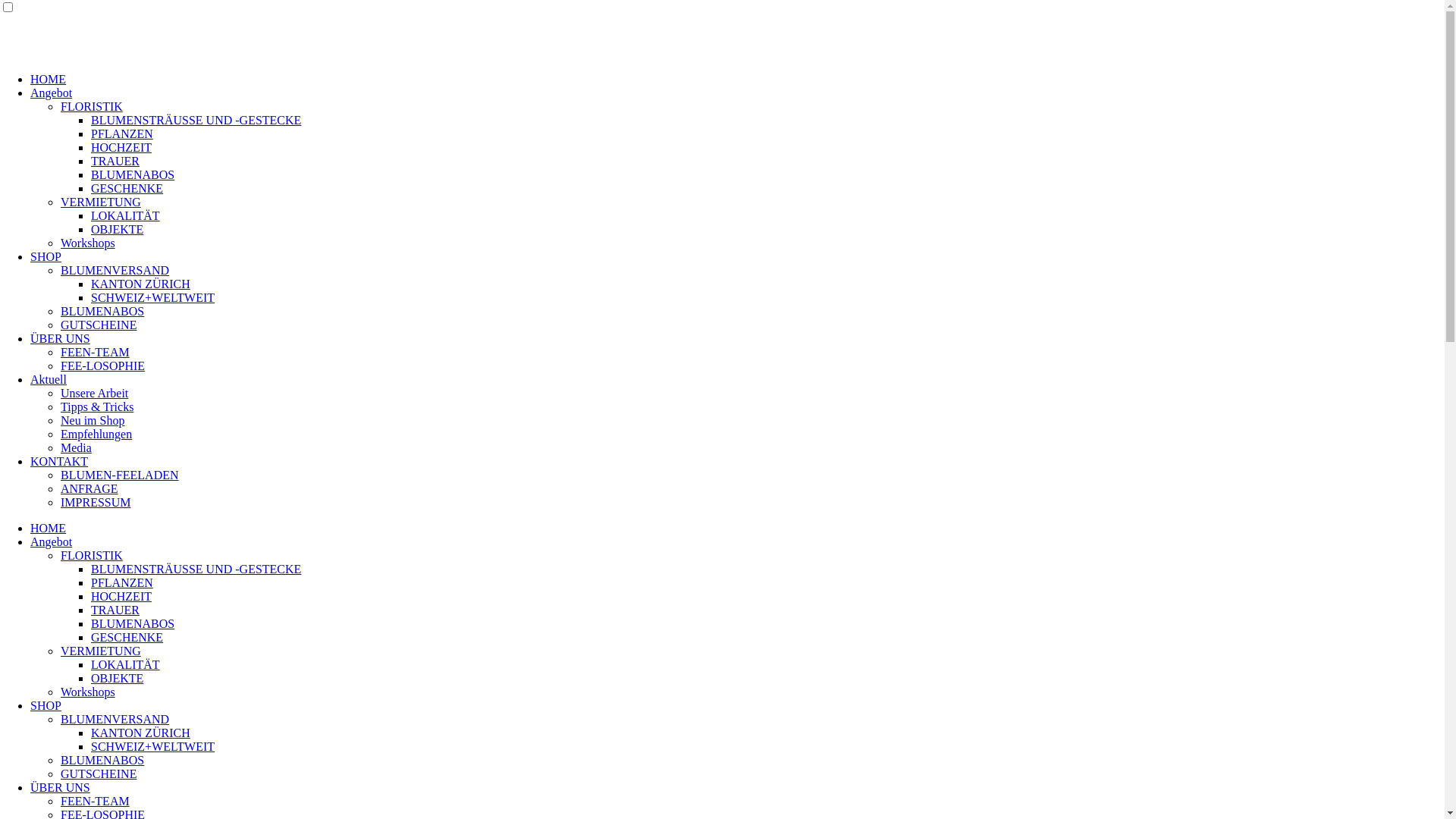 Image resolution: width=1456 pixels, height=819 pixels. Describe the element at coordinates (119, 474) in the screenshot. I see `'BLUMEN-FEELADEN'` at that location.